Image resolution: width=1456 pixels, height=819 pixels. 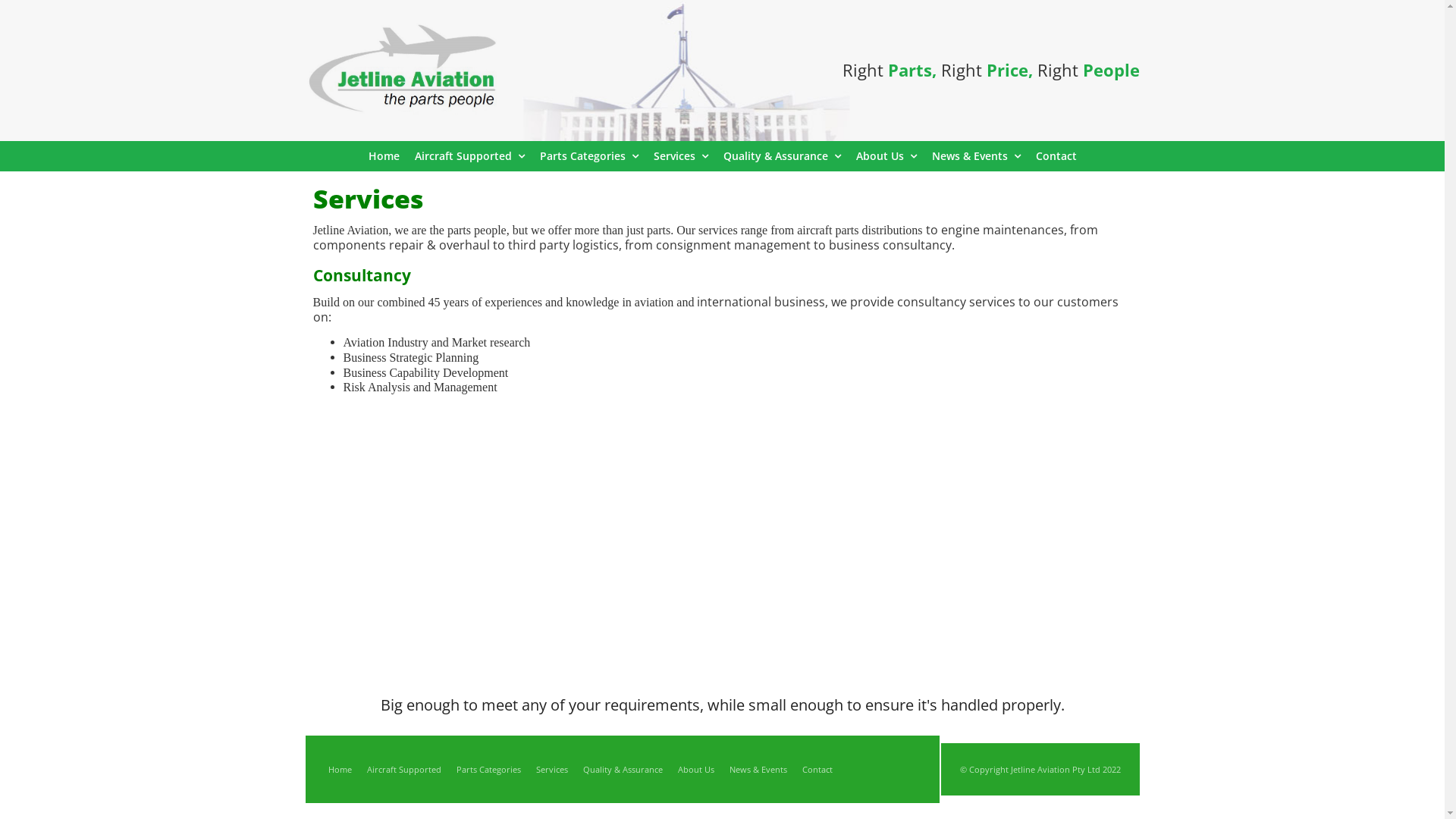 I want to click on 'Contact', so click(x=1055, y=155).